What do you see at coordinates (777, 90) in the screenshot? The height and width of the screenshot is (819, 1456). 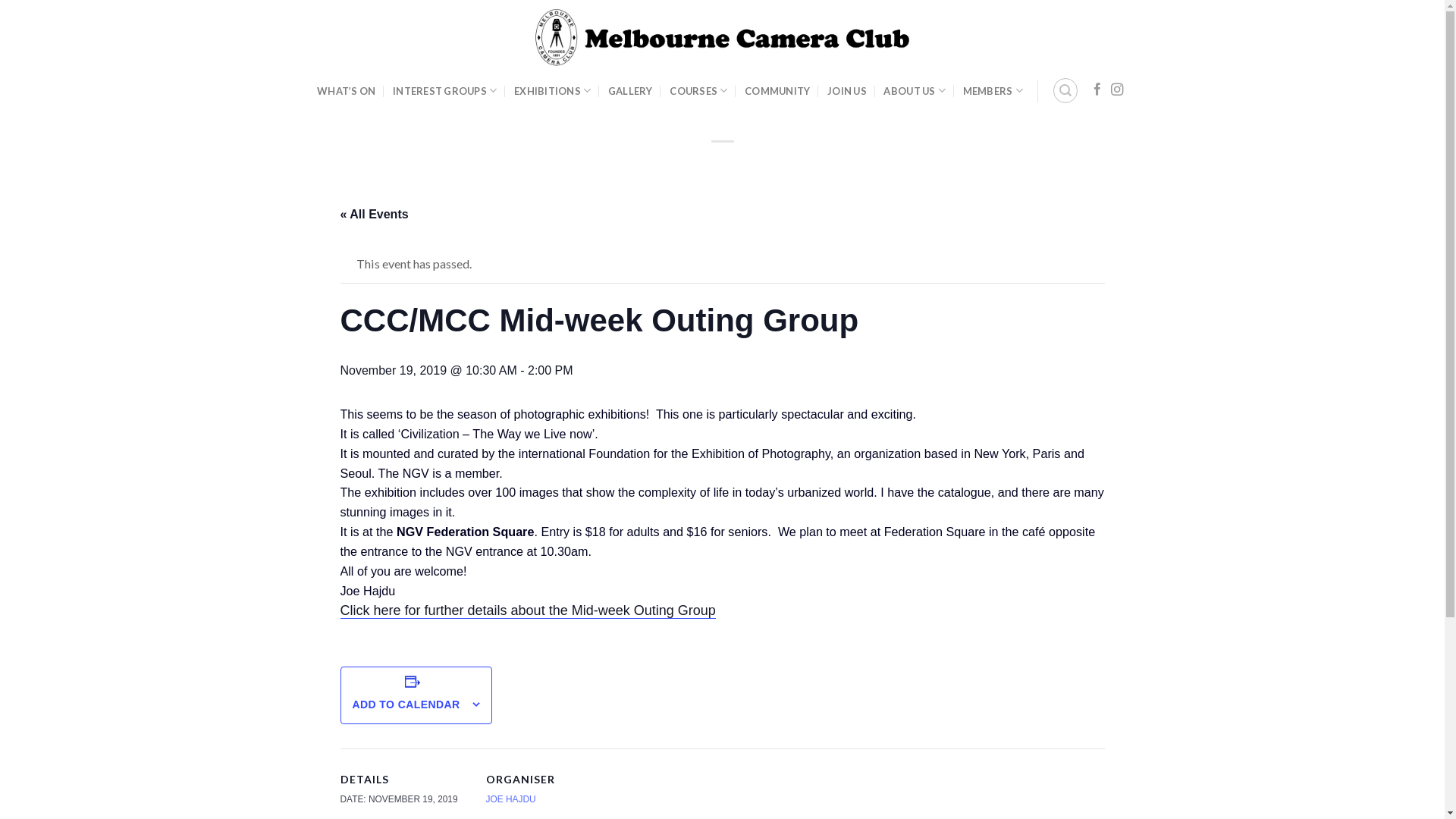 I see `'COMMUNITY'` at bounding box center [777, 90].